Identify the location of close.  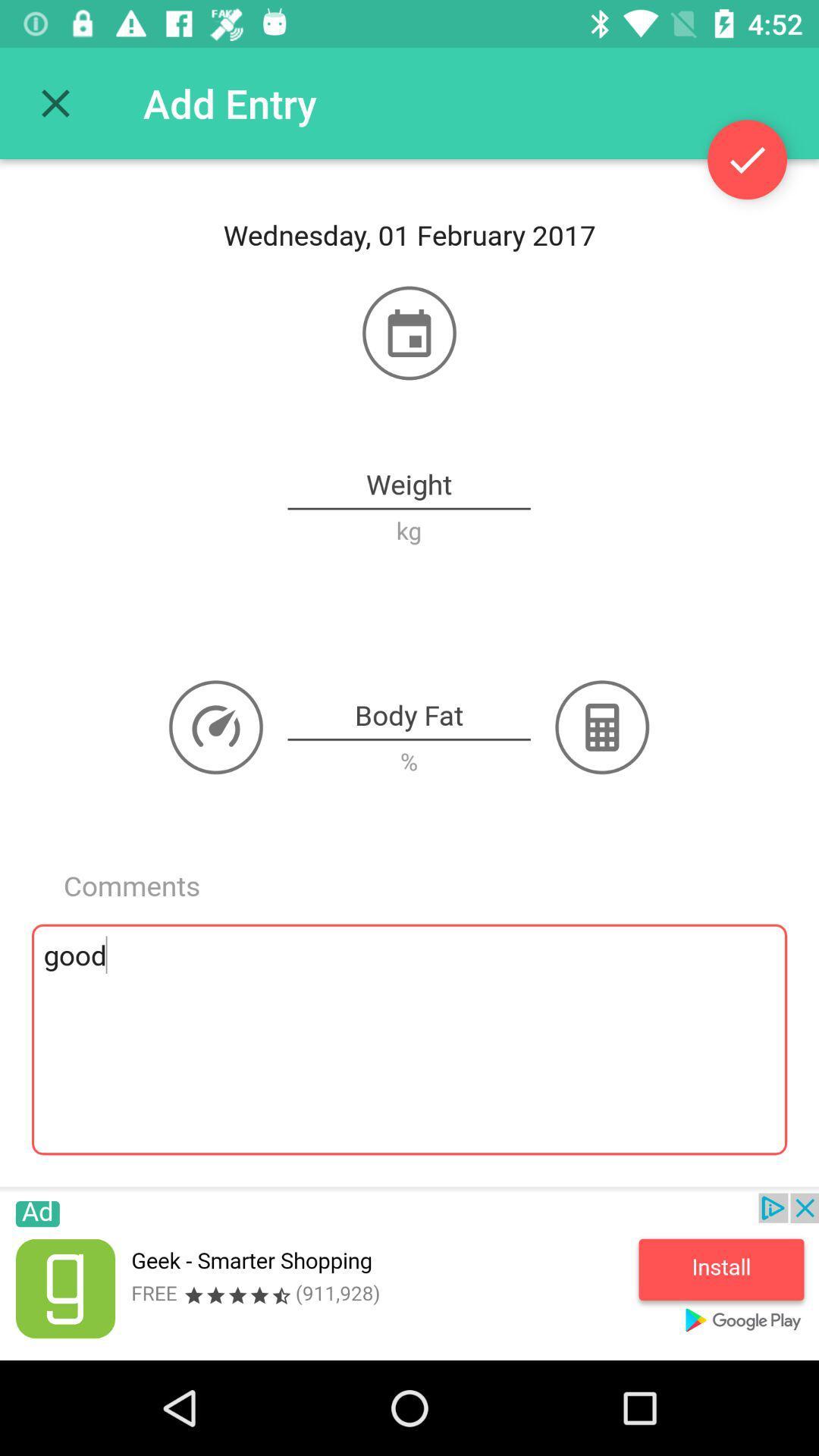
(55, 102).